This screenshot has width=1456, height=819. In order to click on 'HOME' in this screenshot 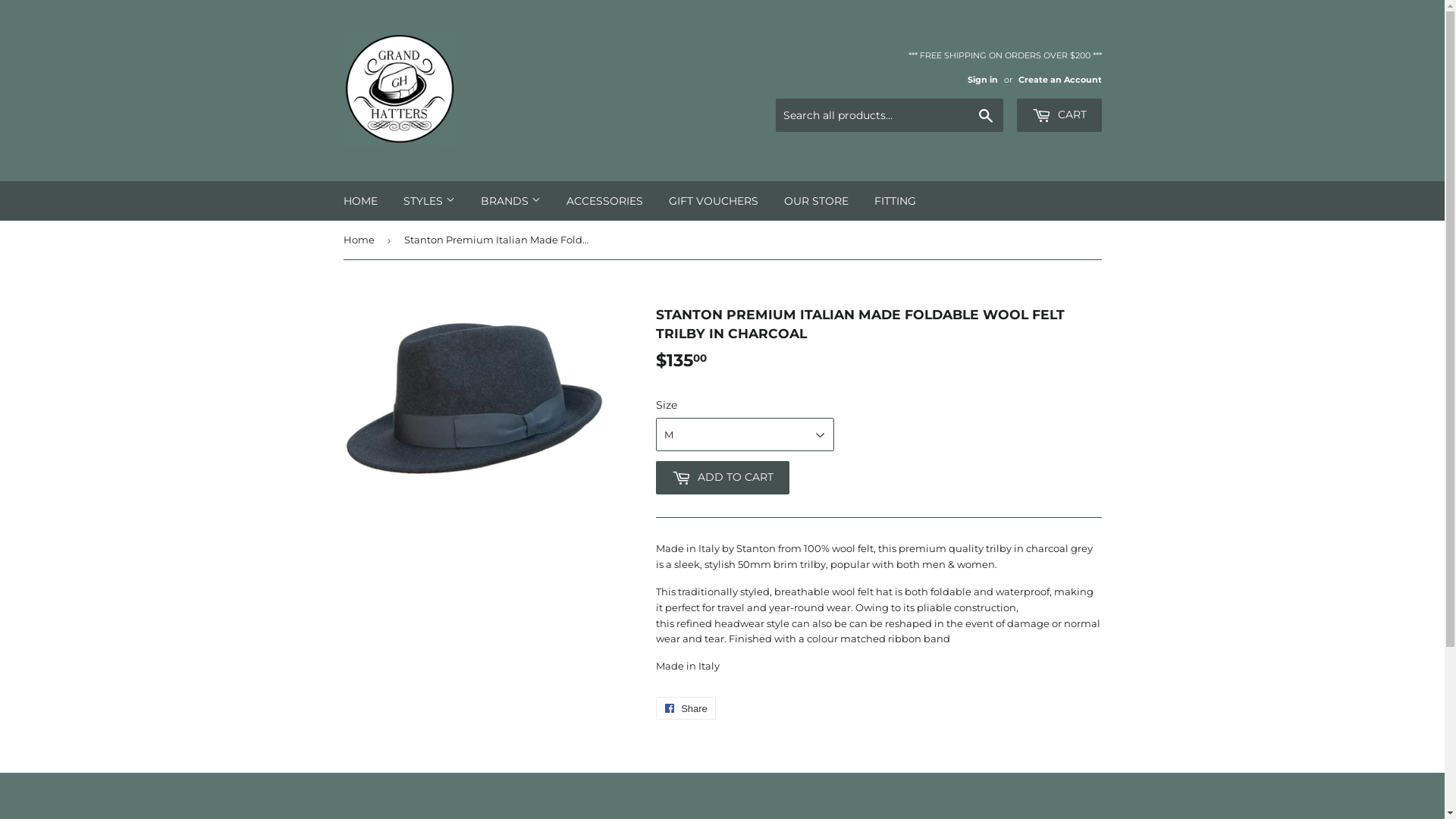, I will do `click(359, 200)`.